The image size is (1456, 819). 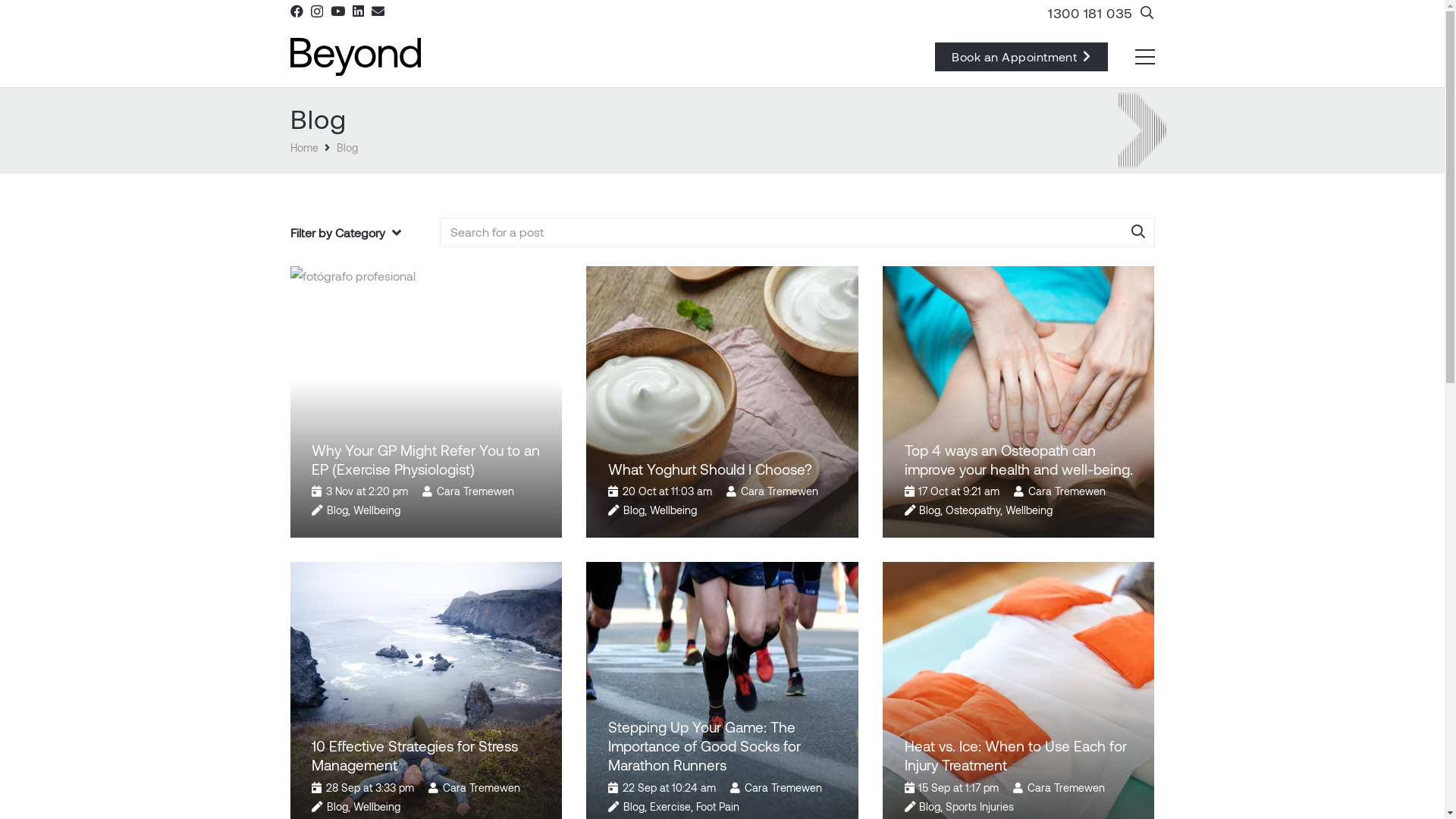 I want to click on 'LinkedIn', so click(x=356, y=11).